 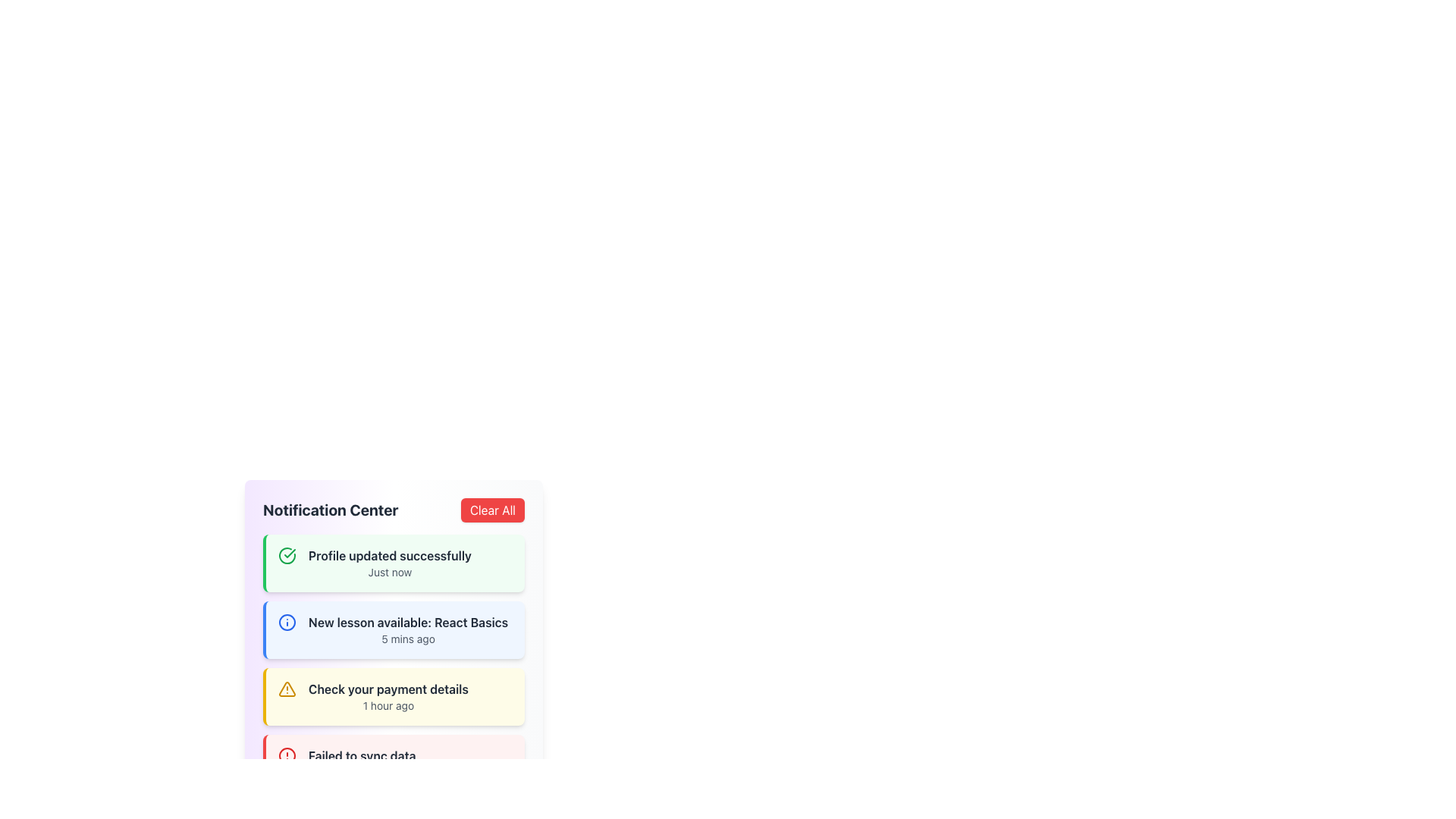 I want to click on notification title 'Profile updated successfully' from the topmost card in the Notification Center, which is styled with a bold font and dark gray color, indicating a successful action, so click(x=390, y=555).